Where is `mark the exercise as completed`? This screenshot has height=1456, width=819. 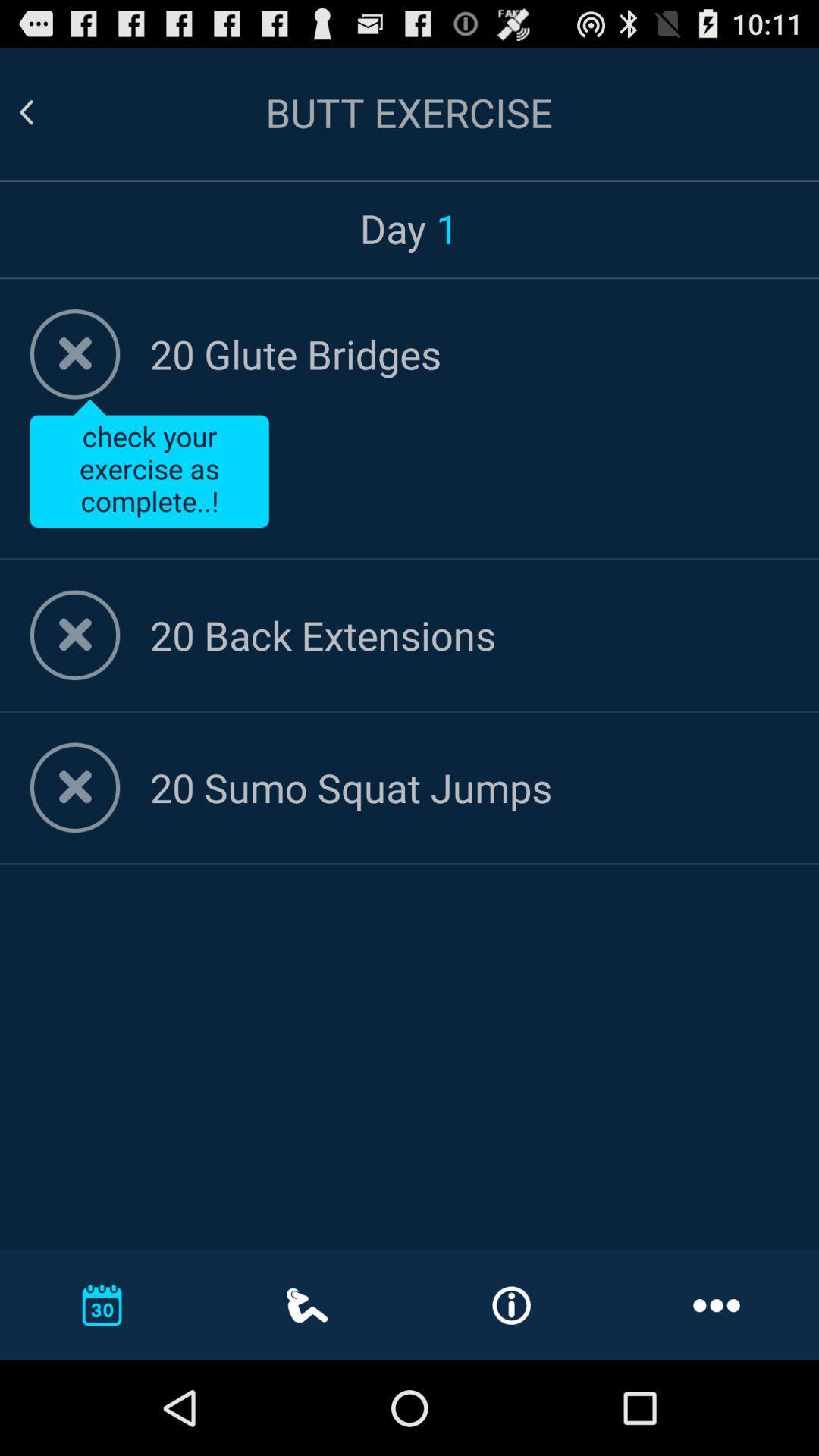
mark the exercise as completed is located at coordinates (75, 787).